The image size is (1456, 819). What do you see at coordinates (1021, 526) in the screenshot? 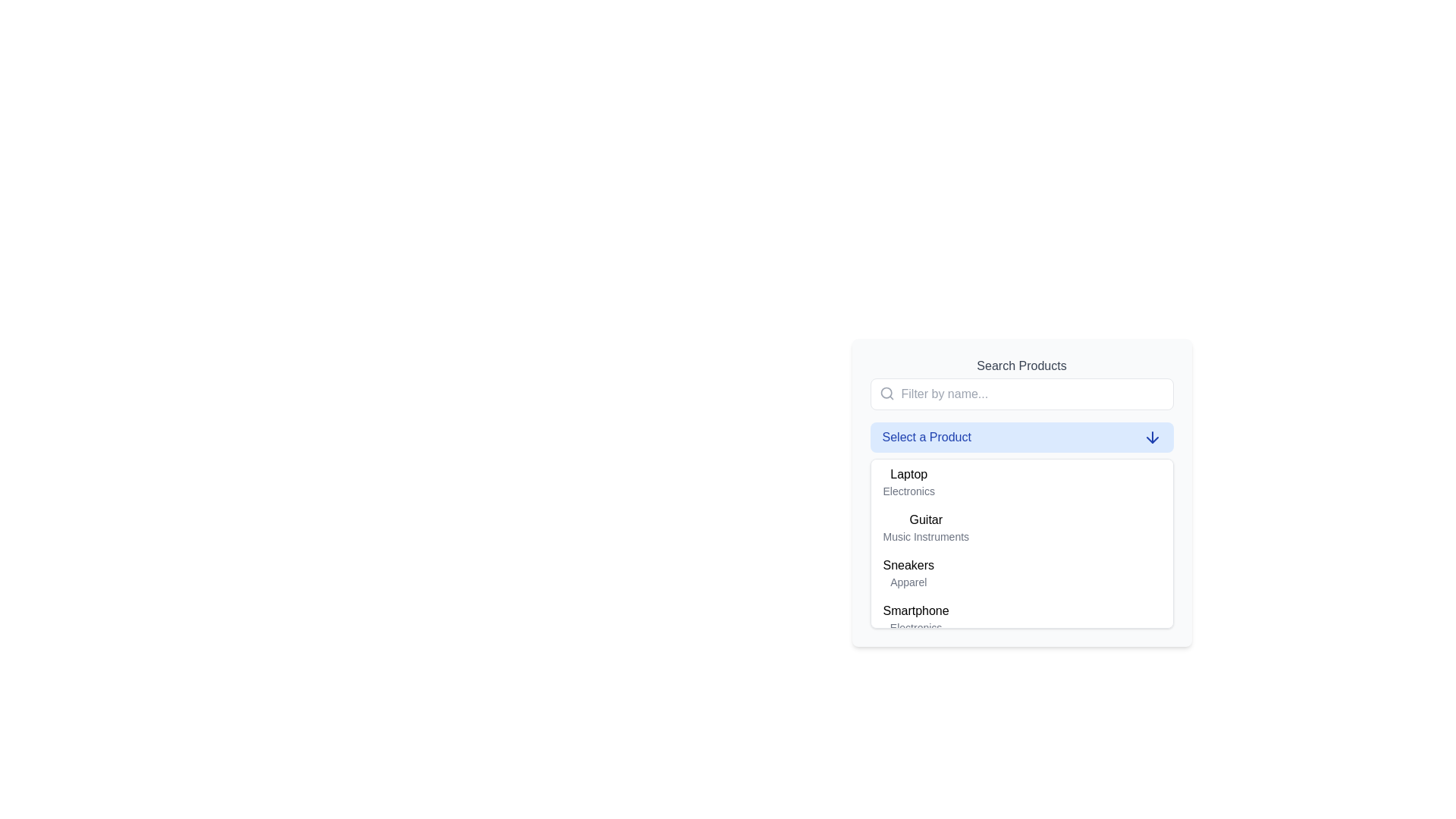
I see `the 'Guitar' item in the dropdown menu, which is the second item below 'Laptop' and above 'Sneakers'` at bounding box center [1021, 526].